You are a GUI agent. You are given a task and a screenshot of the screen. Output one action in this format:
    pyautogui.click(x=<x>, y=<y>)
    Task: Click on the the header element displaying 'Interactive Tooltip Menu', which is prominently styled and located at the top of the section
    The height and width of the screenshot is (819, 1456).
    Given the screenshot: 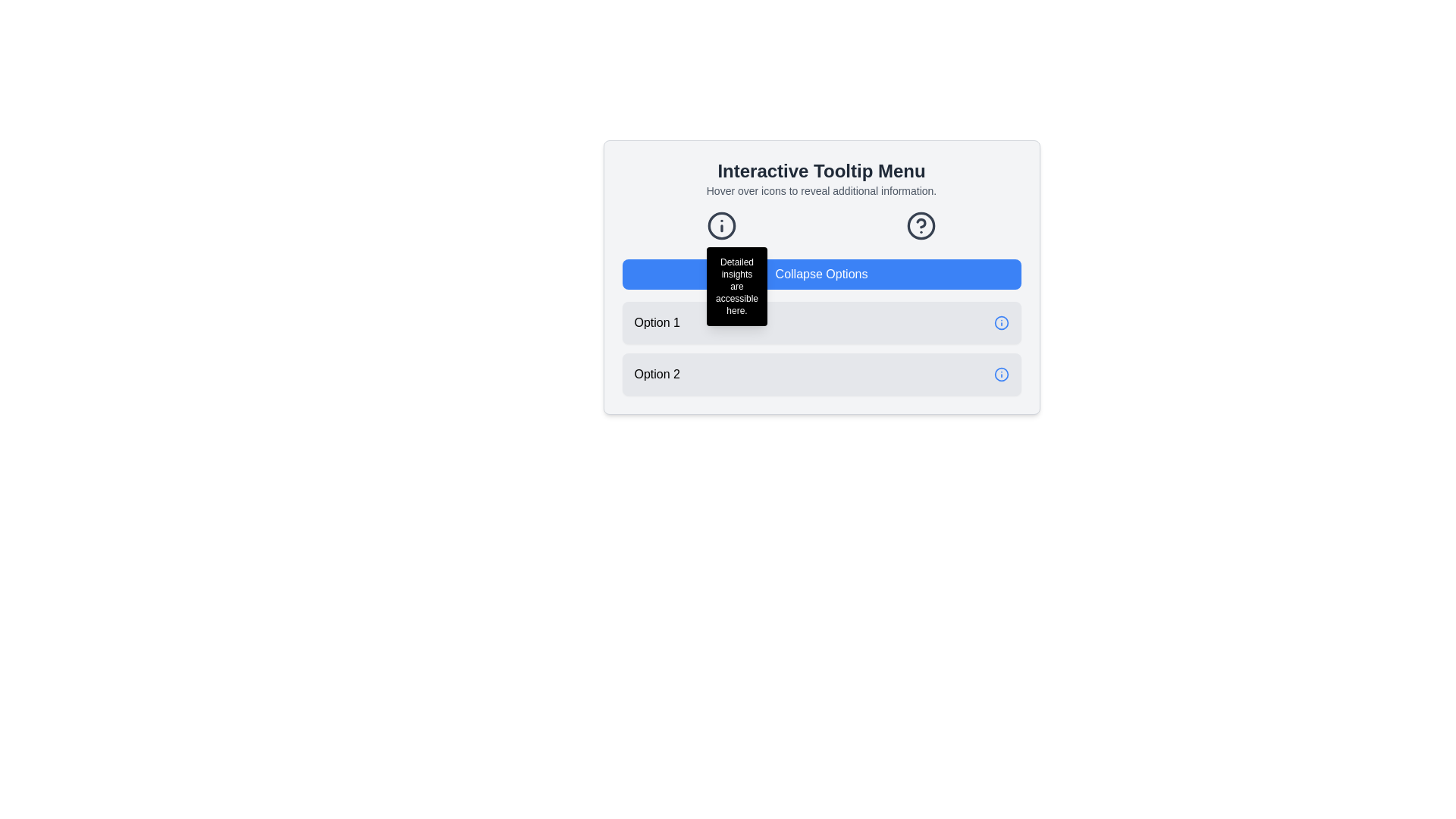 What is the action you would take?
    pyautogui.click(x=821, y=171)
    